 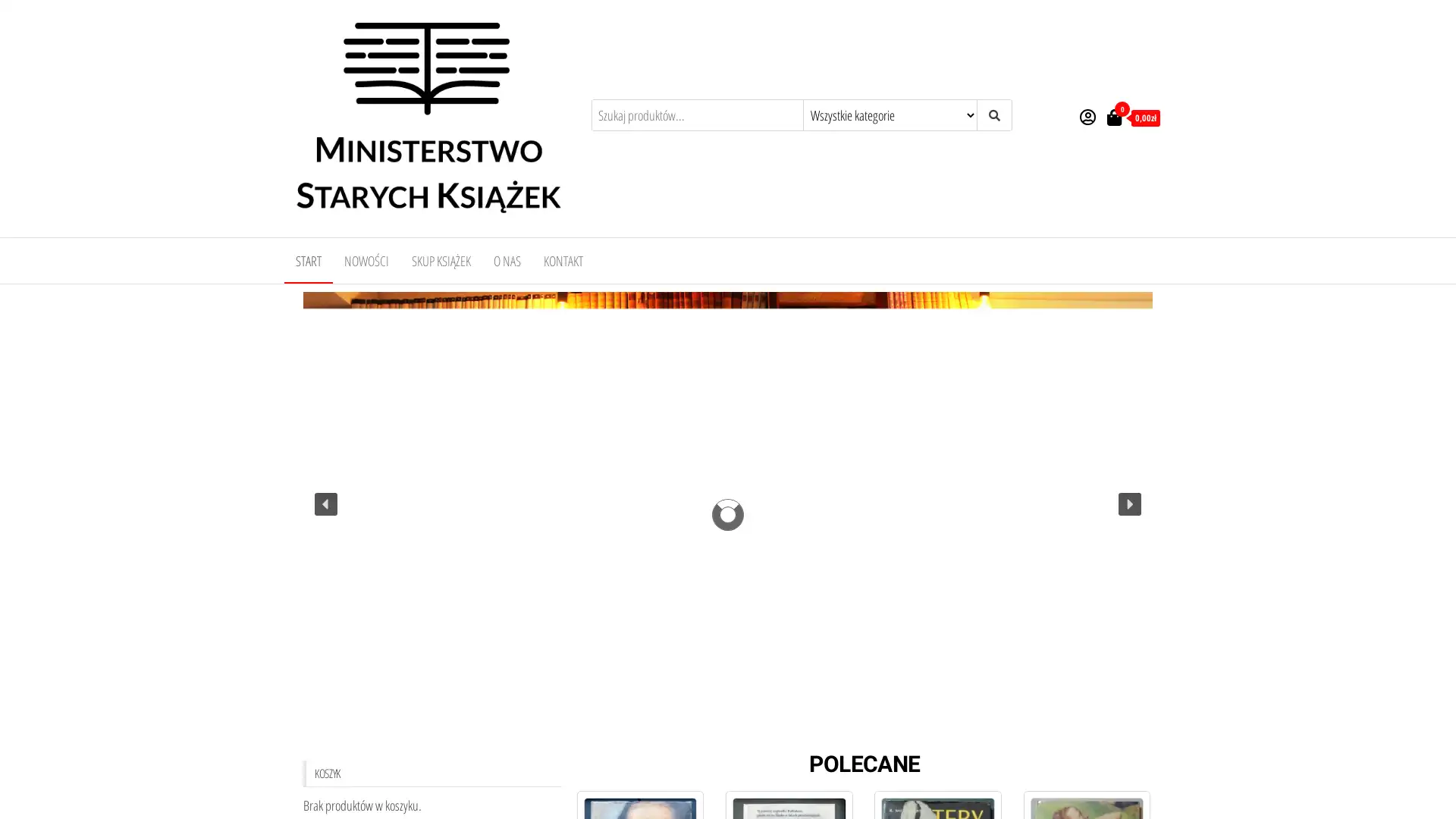 I want to click on Slide 1, so click(x=713, y=730).